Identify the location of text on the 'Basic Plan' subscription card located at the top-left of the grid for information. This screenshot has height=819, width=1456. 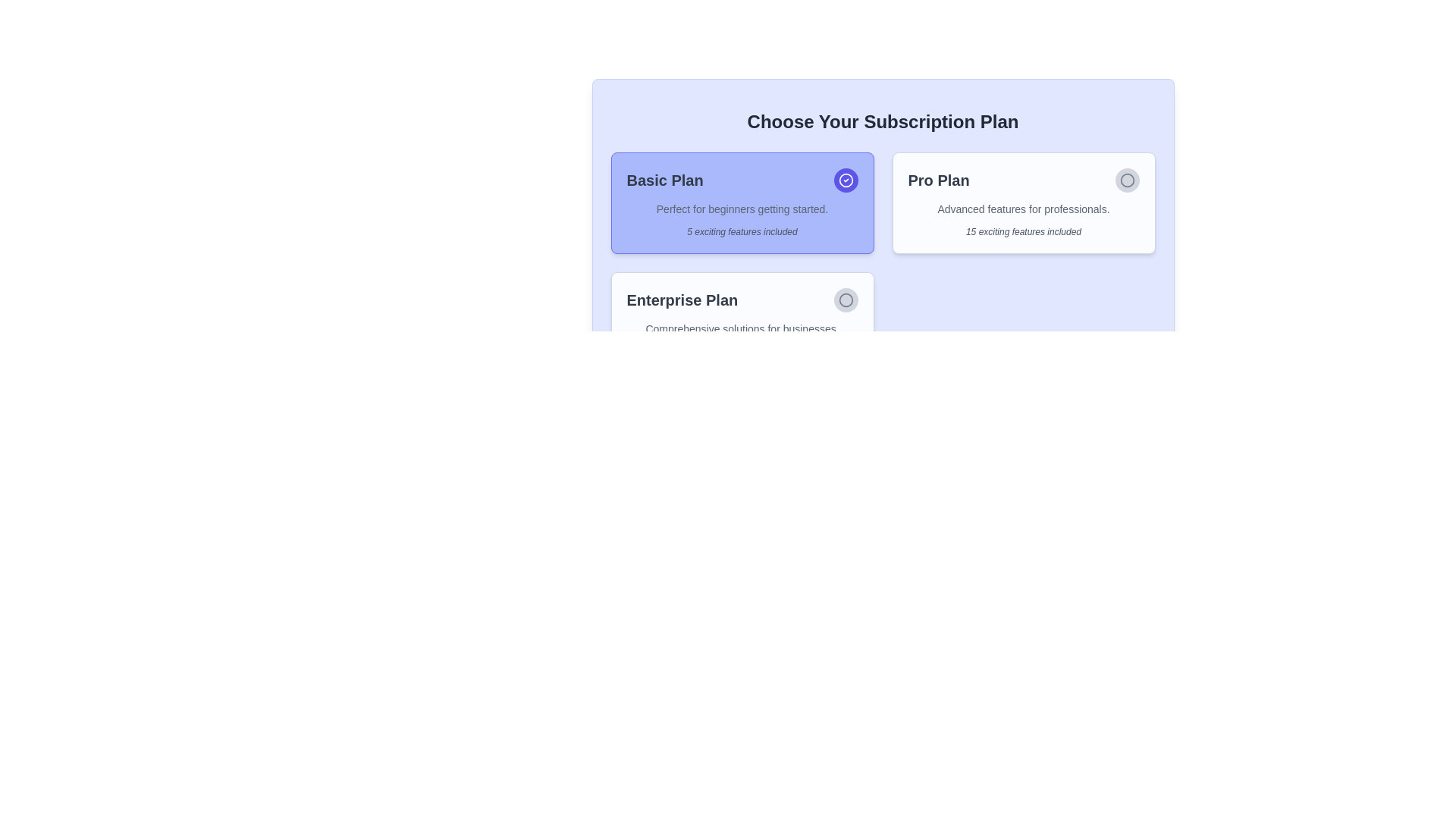
(742, 202).